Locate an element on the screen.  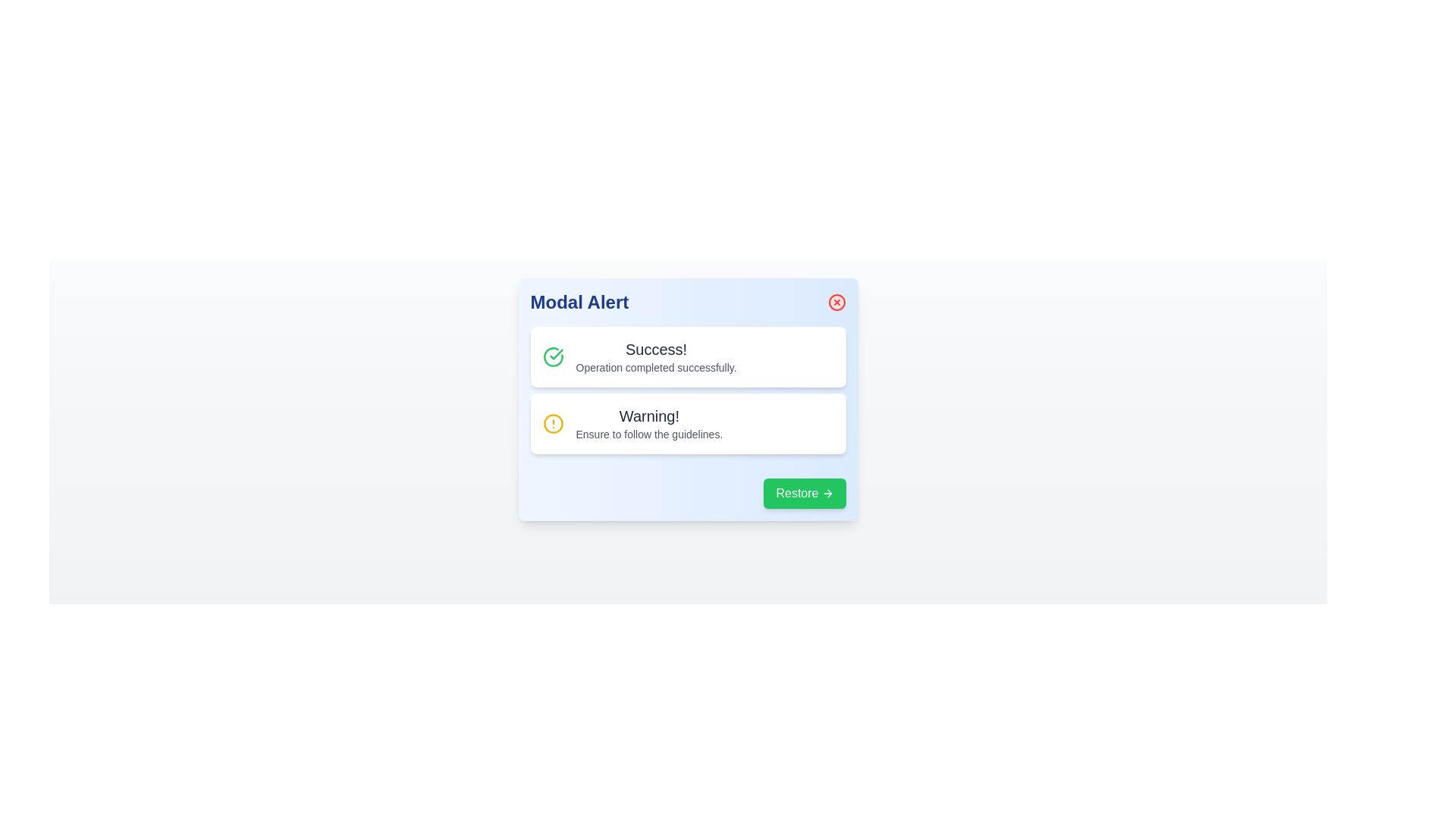
the bold, large-sized text label stating 'Success!' within the modal dialog, which indicates successful operation completion is located at coordinates (656, 350).